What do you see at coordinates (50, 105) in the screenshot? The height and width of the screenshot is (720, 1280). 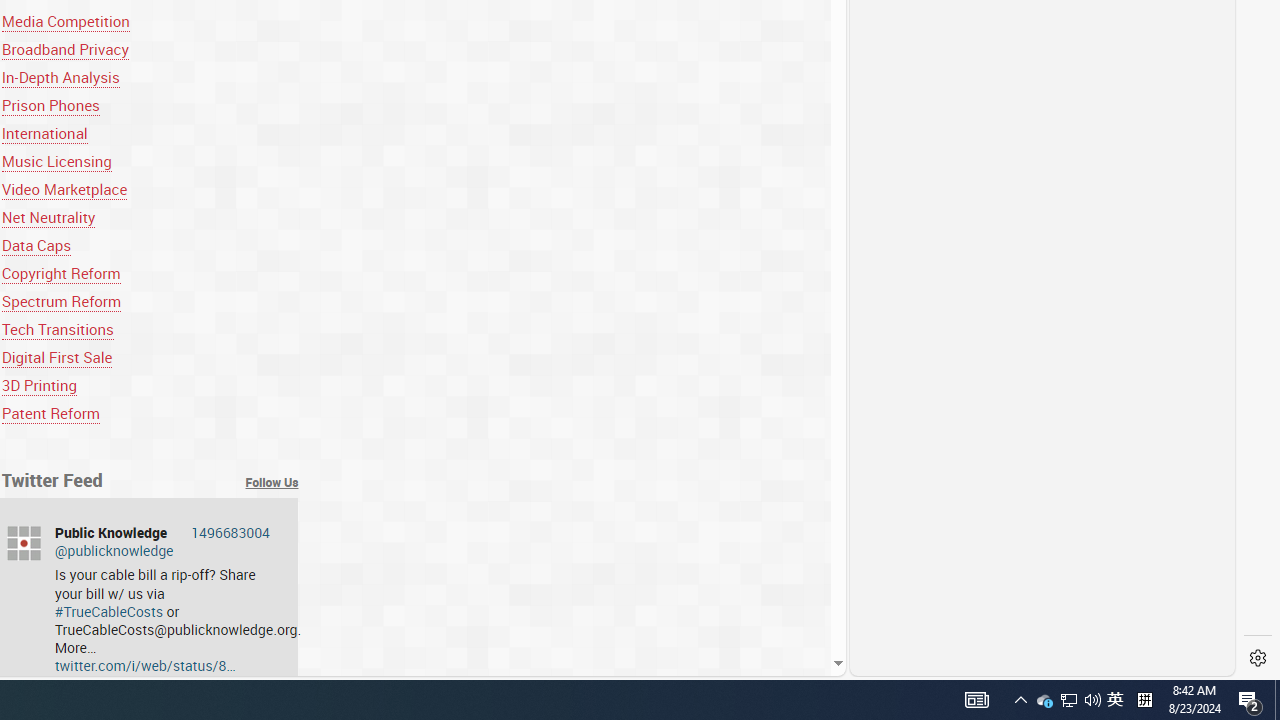 I see `'Prison Phones'` at bounding box center [50, 105].